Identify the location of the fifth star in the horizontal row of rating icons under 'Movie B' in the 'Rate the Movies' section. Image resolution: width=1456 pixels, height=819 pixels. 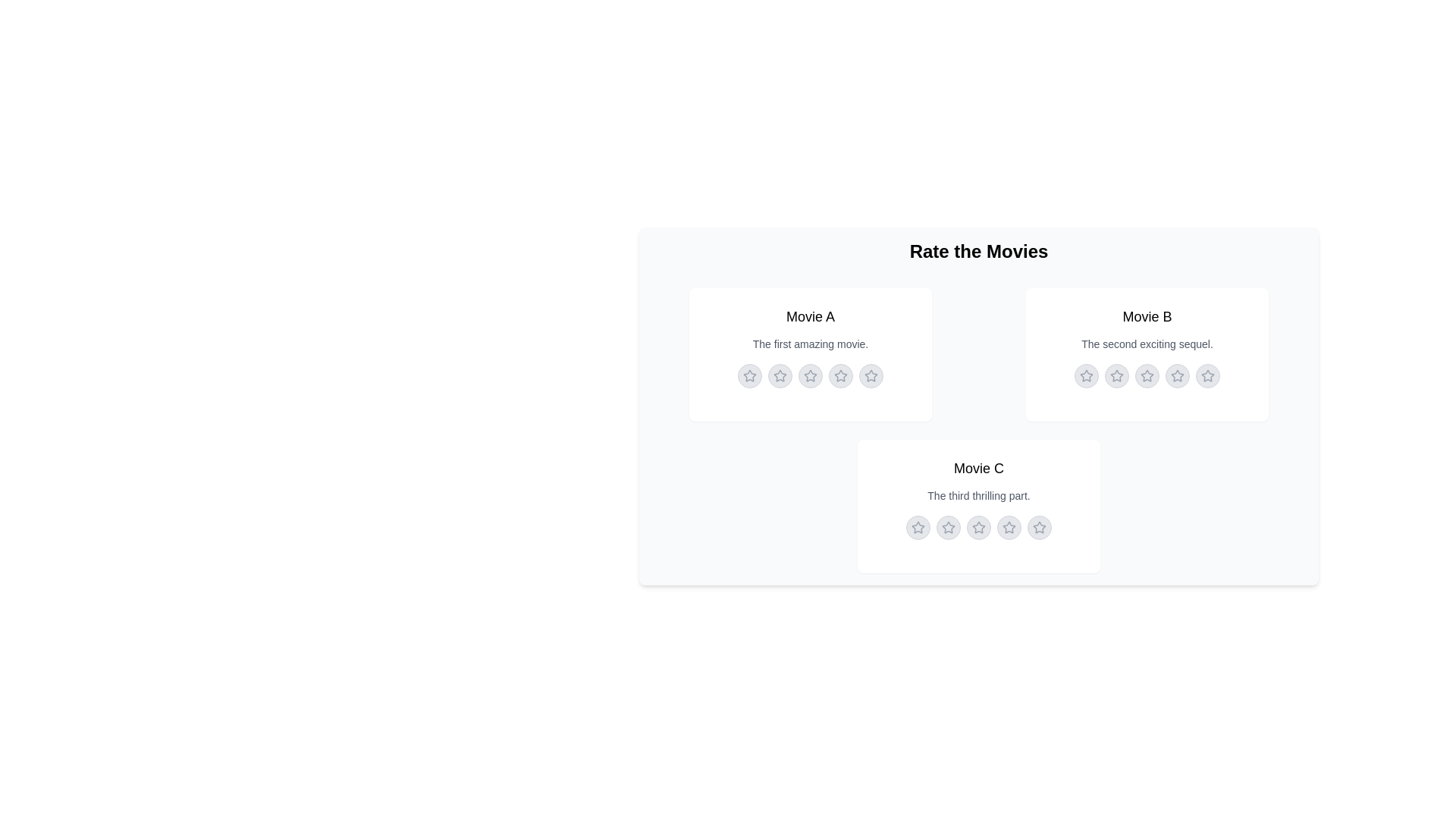
(1207, 375).